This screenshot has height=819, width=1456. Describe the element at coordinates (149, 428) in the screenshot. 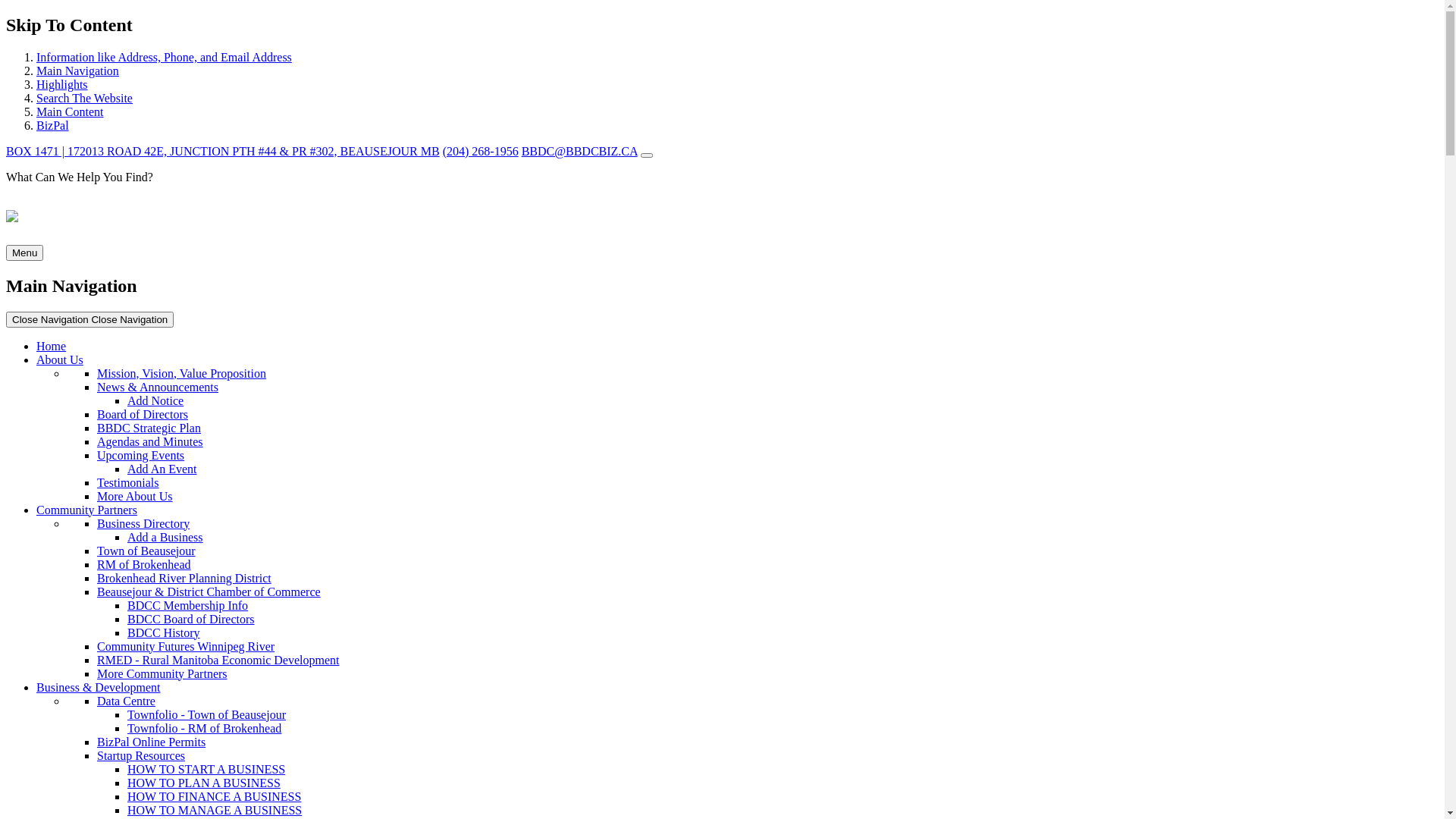

I see `'BBDC Strategic Plan'` at that location.